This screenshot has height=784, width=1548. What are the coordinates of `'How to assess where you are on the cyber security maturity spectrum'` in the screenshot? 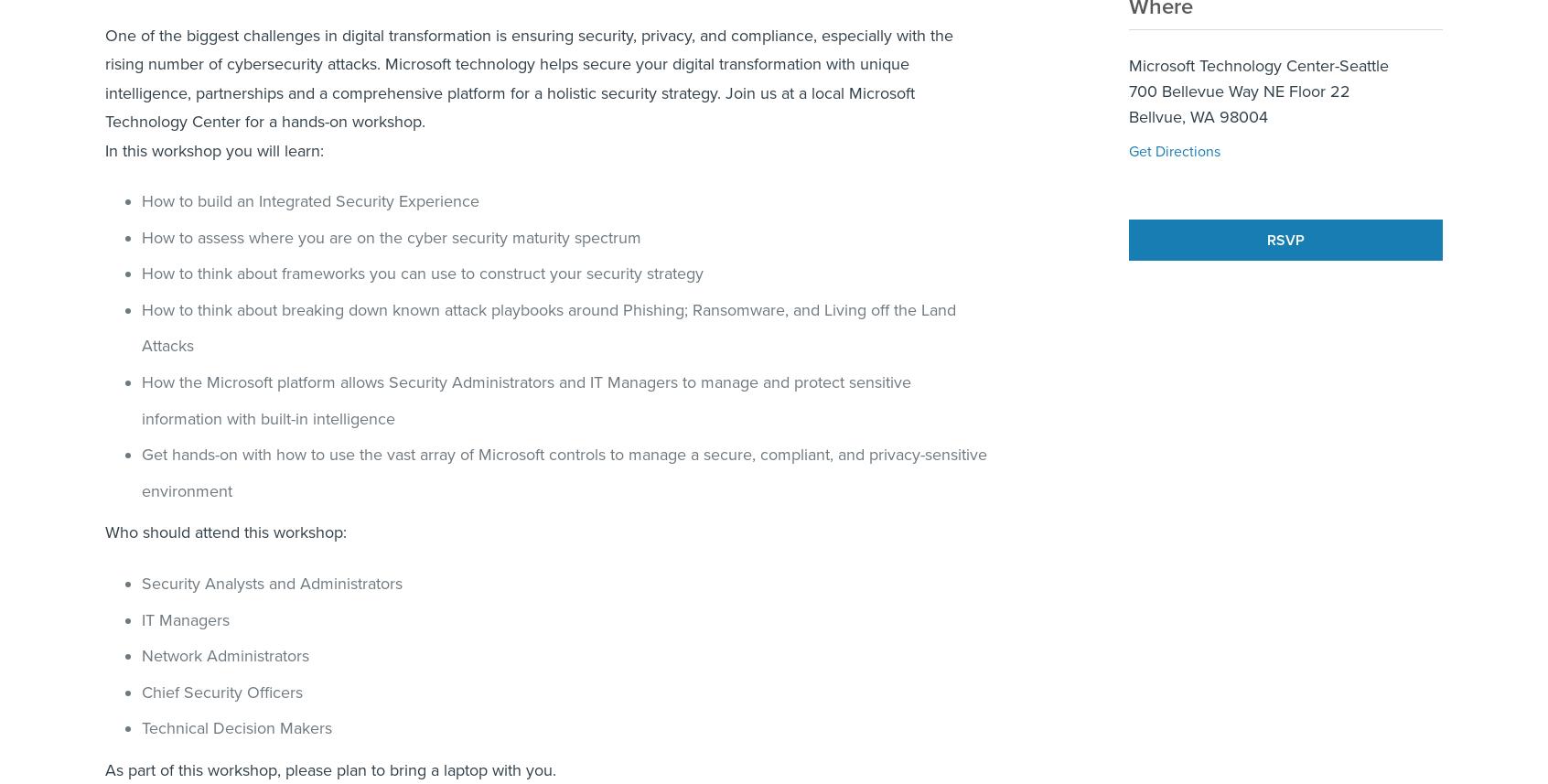 It's located at (390, 236).